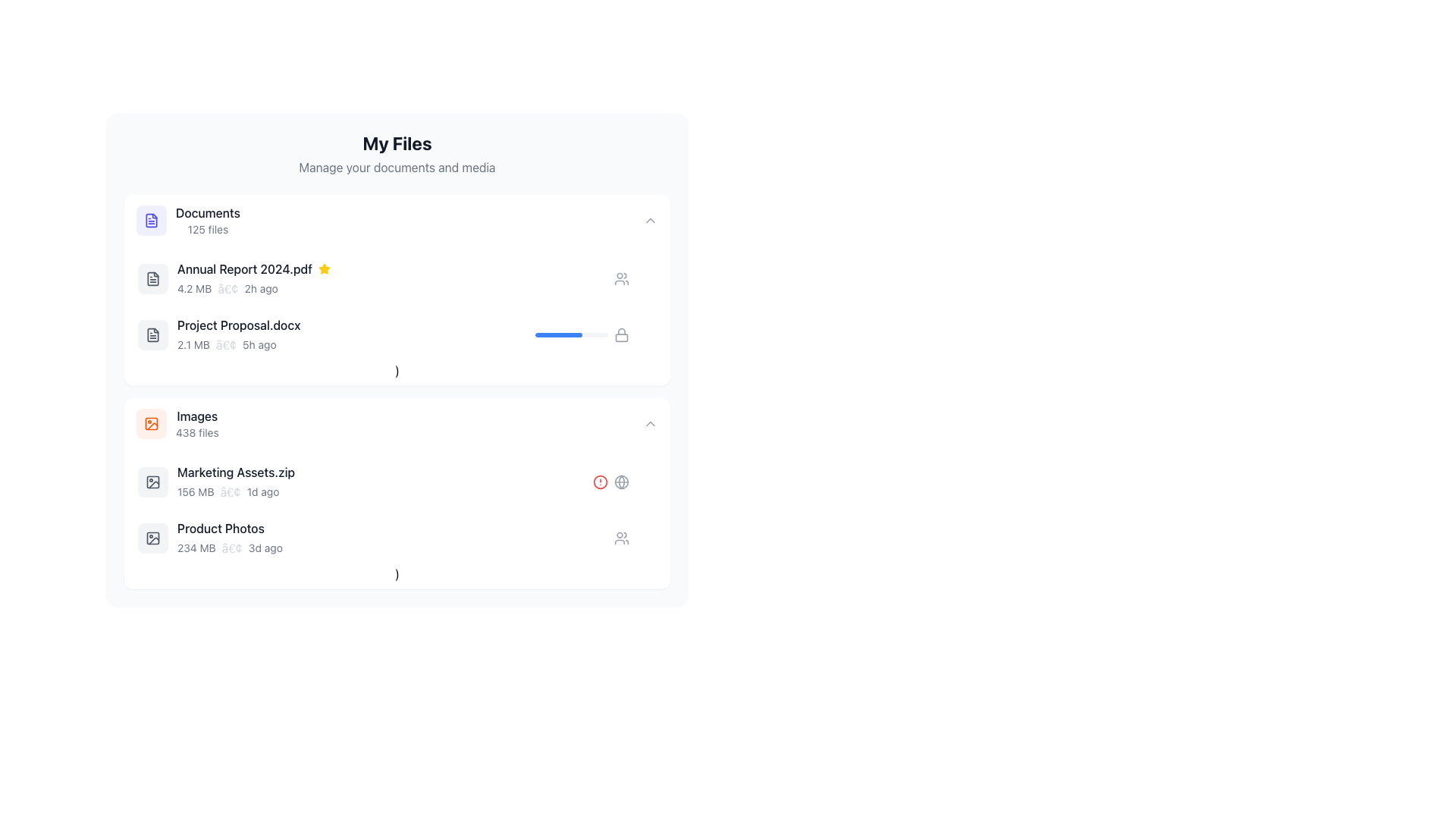 This screenshot has width=1456, height=819. What do you see at coordinates (396, 537) in the screenshot?
I see `on the 'Product Photos' file entry display` at bounding box center [396, 537].